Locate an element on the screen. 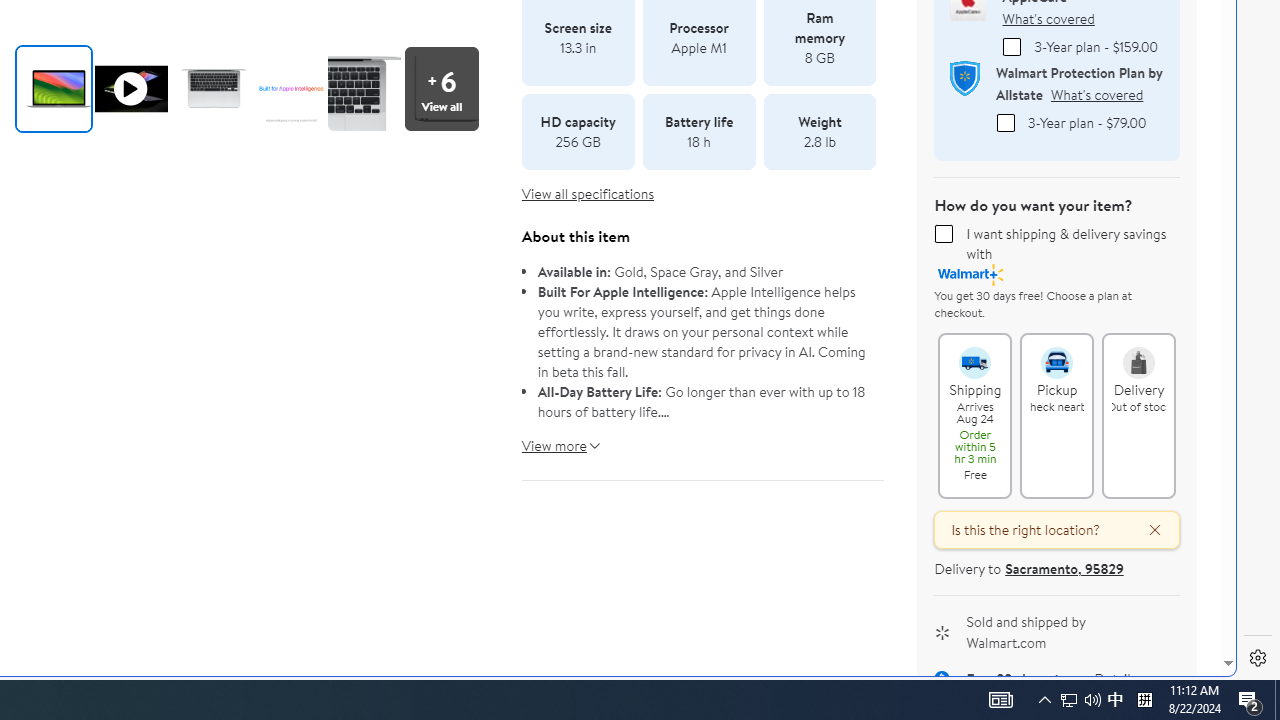  'Delivery Out of stock Delivery Out of stock' is located at coordinates (1139, 414).